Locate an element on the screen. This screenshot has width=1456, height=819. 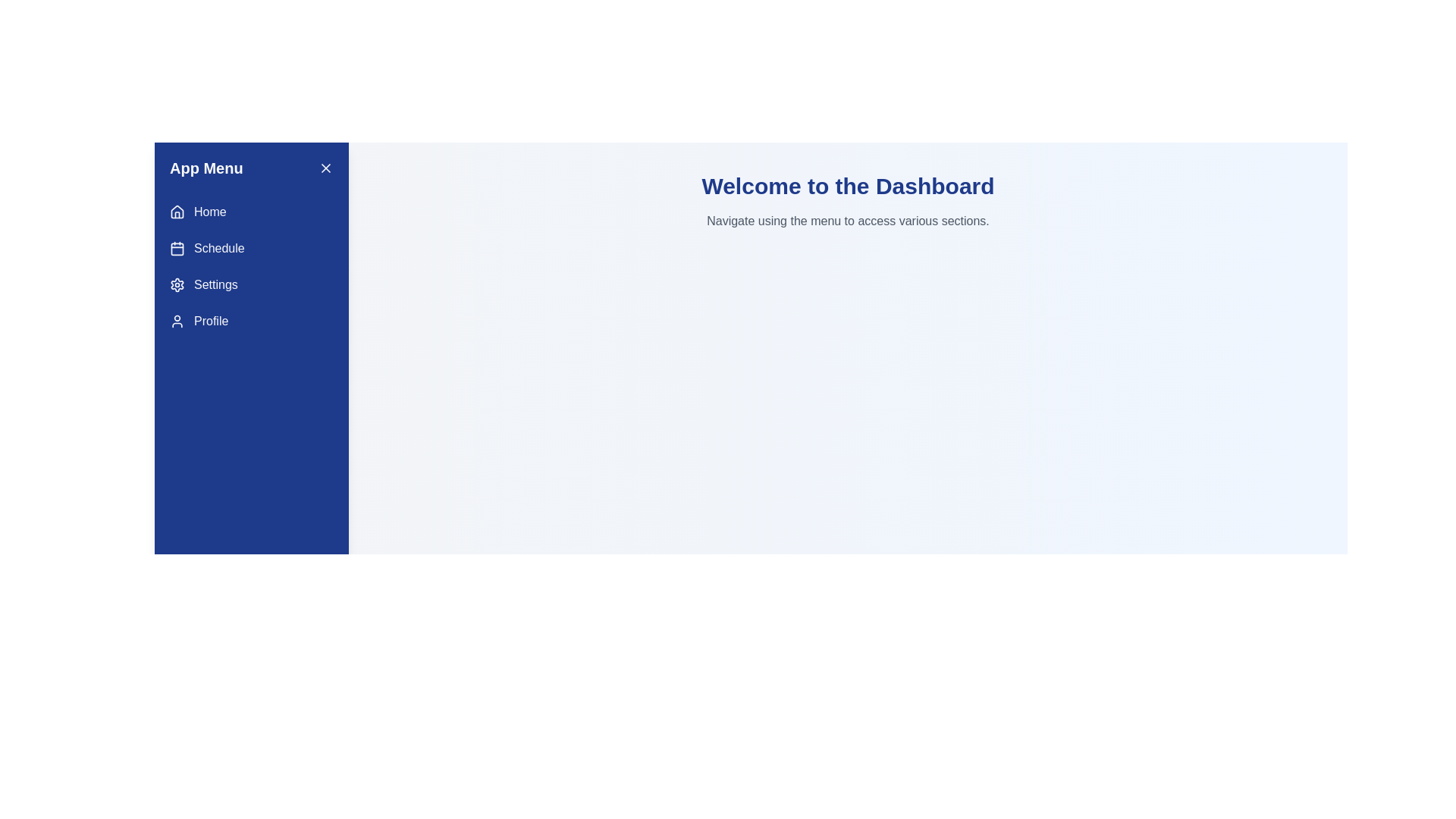
the menu item Schedule to navigate to the corresponding section is located at coordinates (251, 247).